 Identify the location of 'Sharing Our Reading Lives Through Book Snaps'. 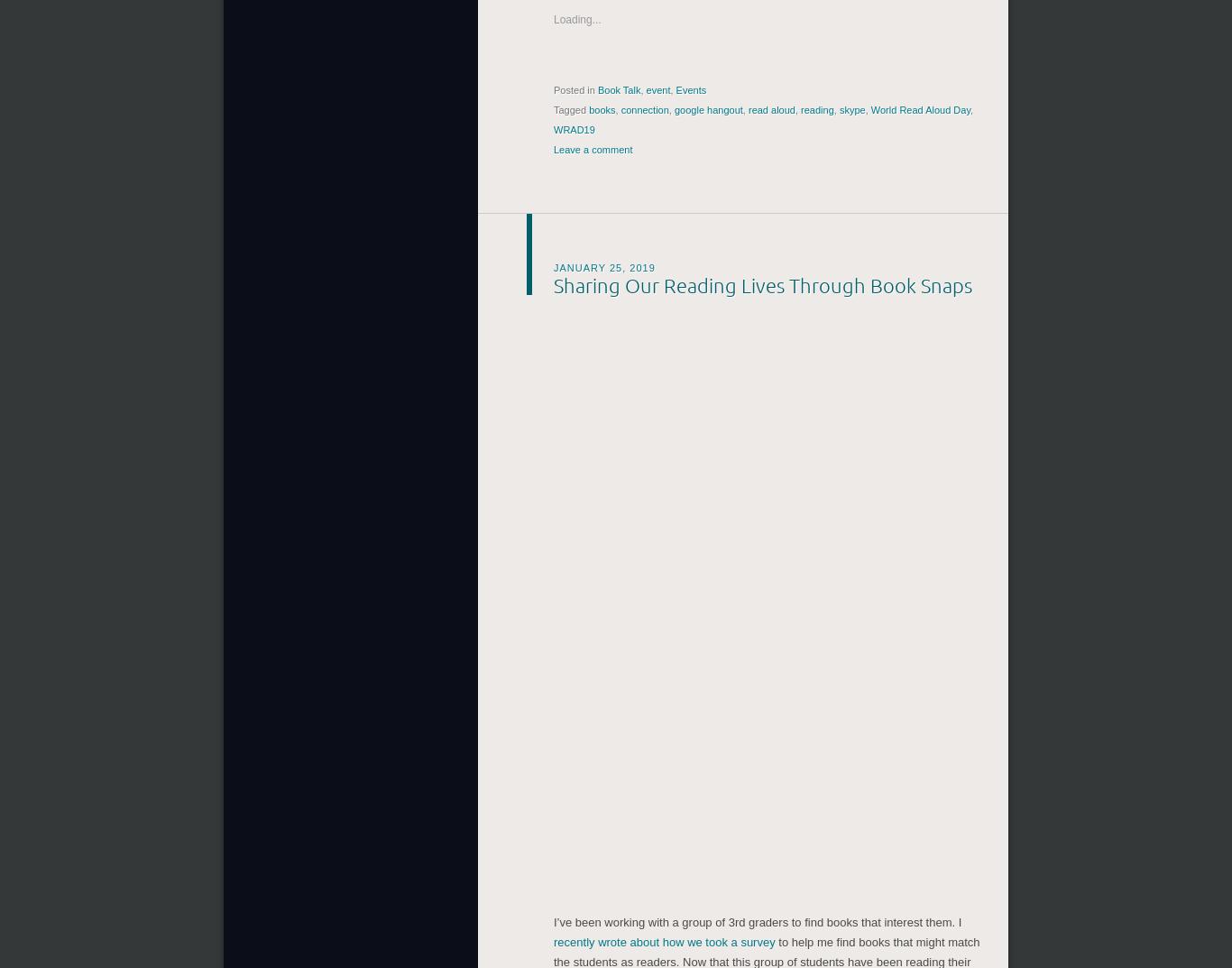
(761, 281).